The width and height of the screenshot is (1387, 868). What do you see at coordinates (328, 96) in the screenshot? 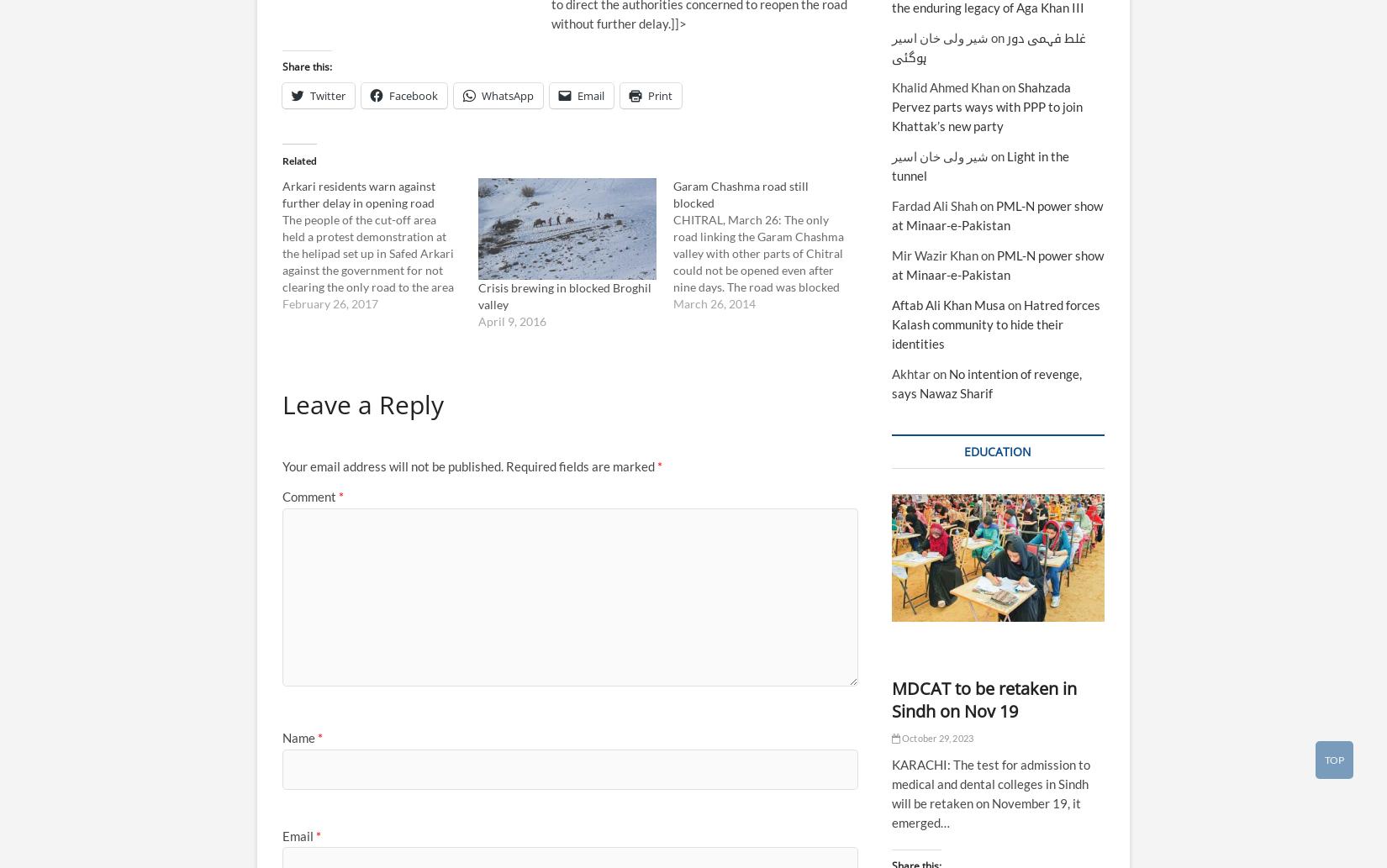
I see `'Twitter'` at bounding box center [328, 96].